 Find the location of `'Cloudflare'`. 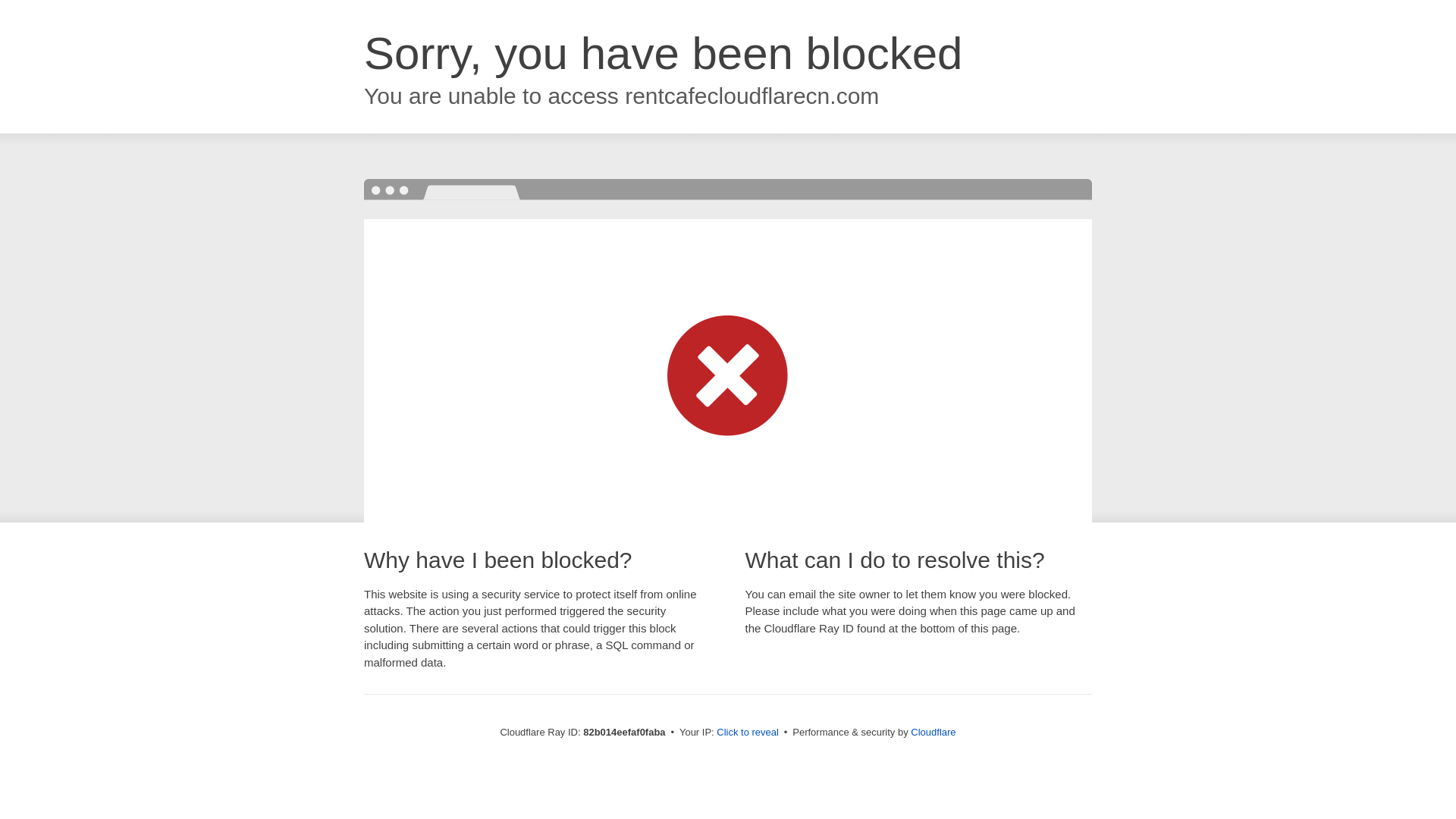

'Cloudflare' is located at coordinates (932, 731).